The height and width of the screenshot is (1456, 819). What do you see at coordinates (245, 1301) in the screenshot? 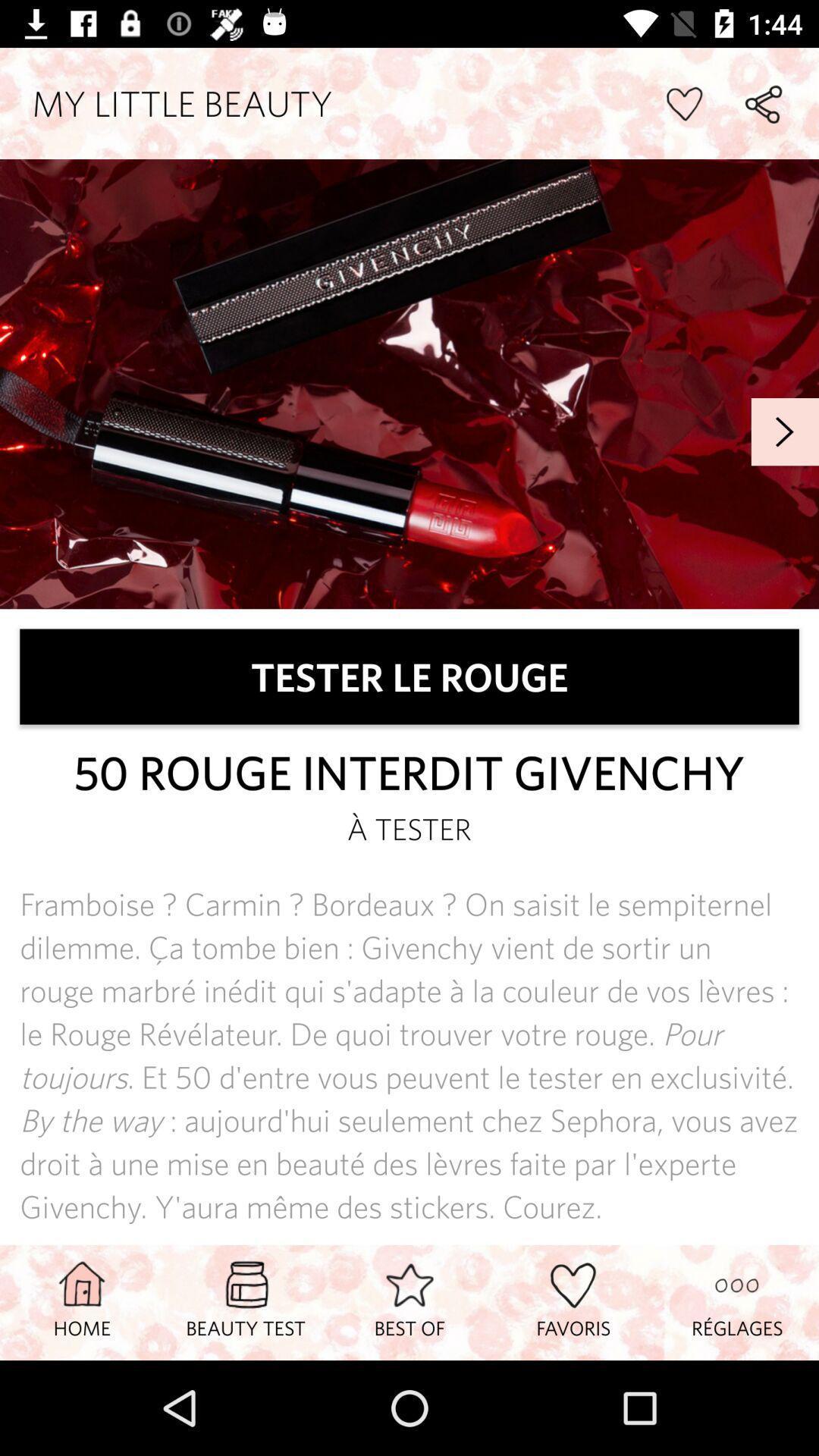
I see `the item below the framboise carmin bordeaux` at bounding box center [245, 1301].